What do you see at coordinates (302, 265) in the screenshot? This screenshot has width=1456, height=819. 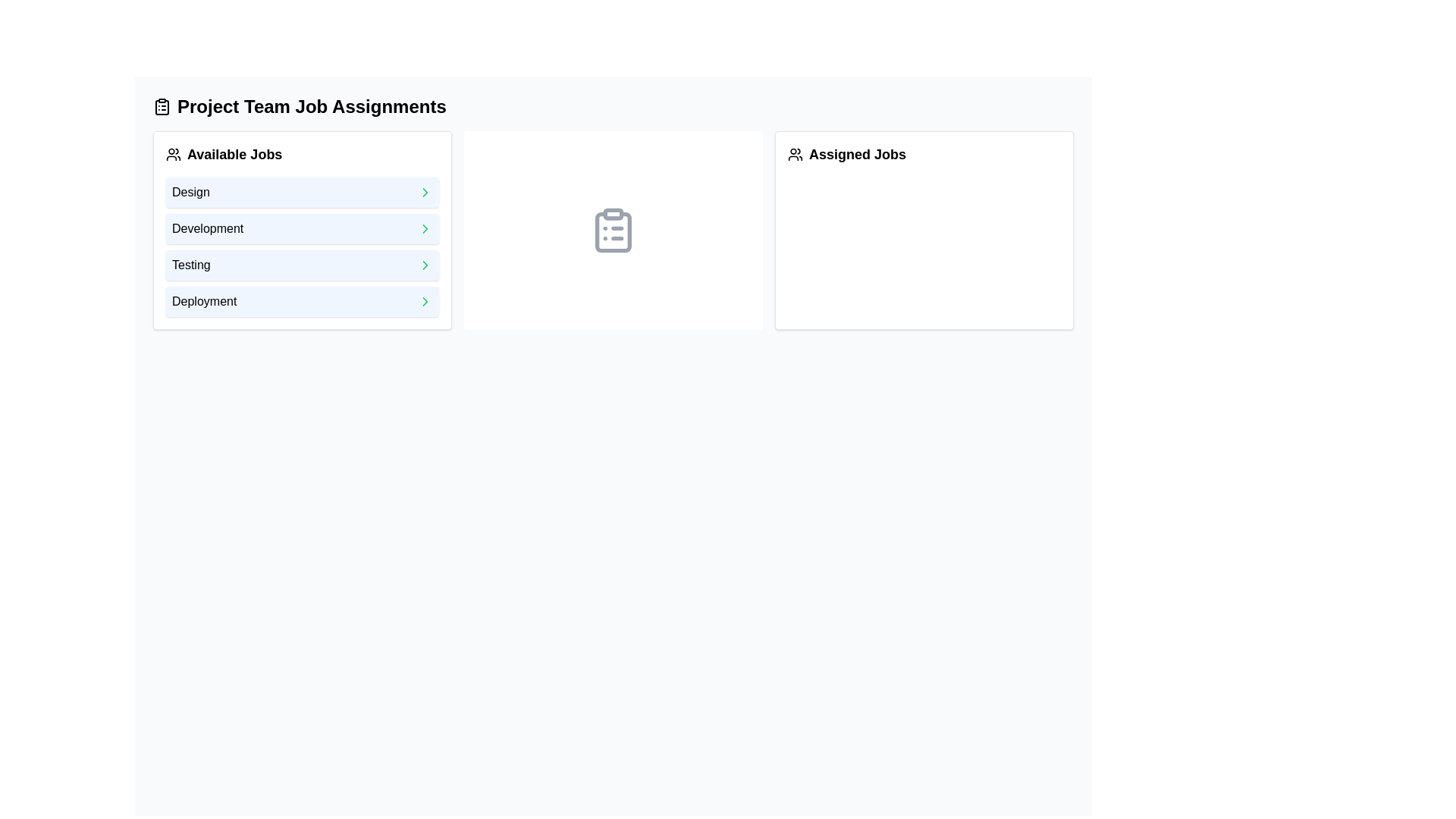 I see `the 'Testing' button` at bounding box center [302, 265].